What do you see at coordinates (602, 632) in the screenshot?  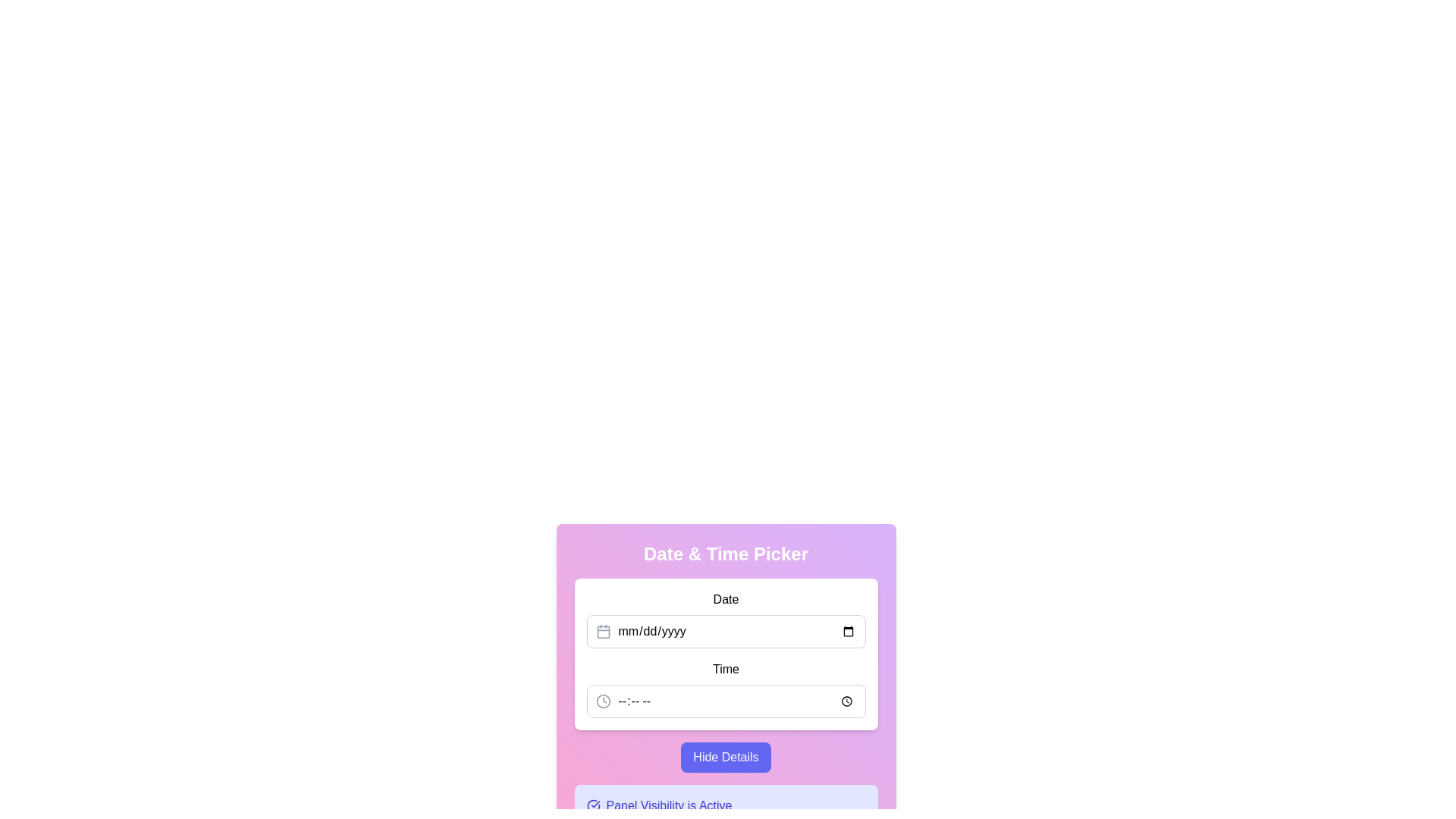 I see `the calendar icon located to the left of the placeholder text 'mm/dd/yyyy' in the Date field of the Date and Time Picker component` at bounding box center [602, 632].